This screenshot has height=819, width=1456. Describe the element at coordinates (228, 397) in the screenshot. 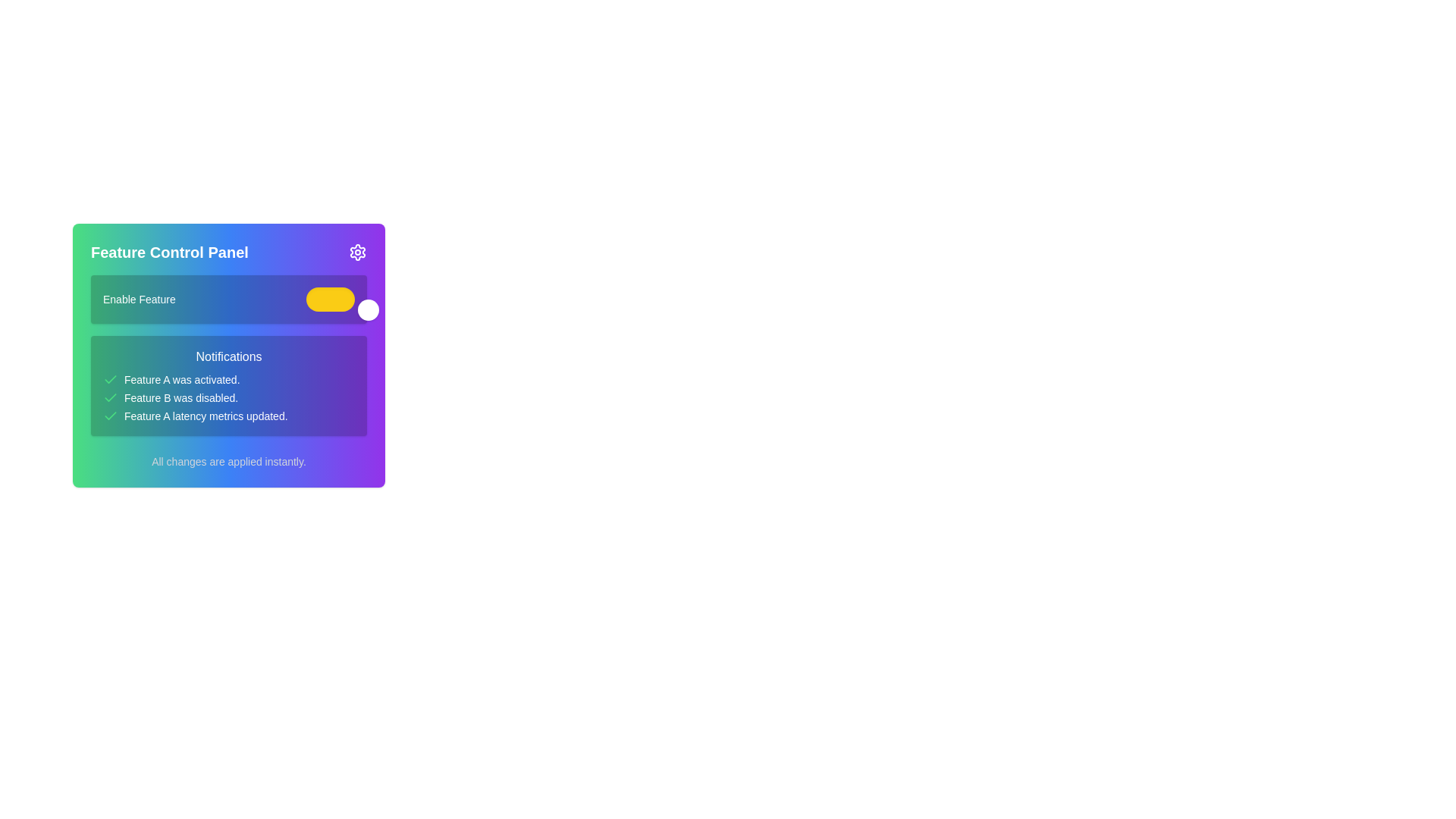

I see `the text content displaying status updates in the Notifications panel, which contains entries styled with a smaller font size and green checkmark icons for each status update` at that location.